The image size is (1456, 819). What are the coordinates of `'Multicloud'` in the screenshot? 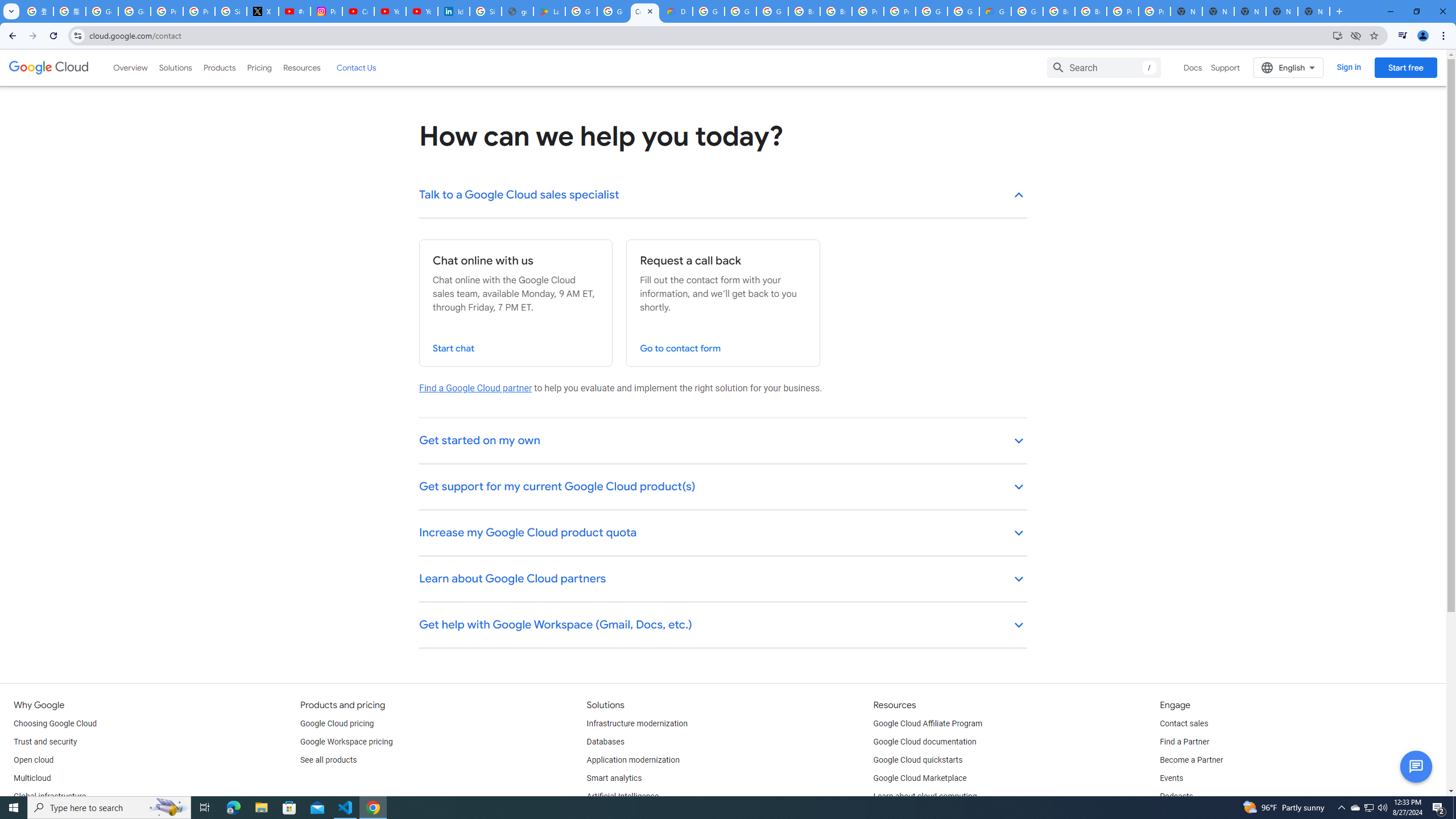 It's located at (32, 778).